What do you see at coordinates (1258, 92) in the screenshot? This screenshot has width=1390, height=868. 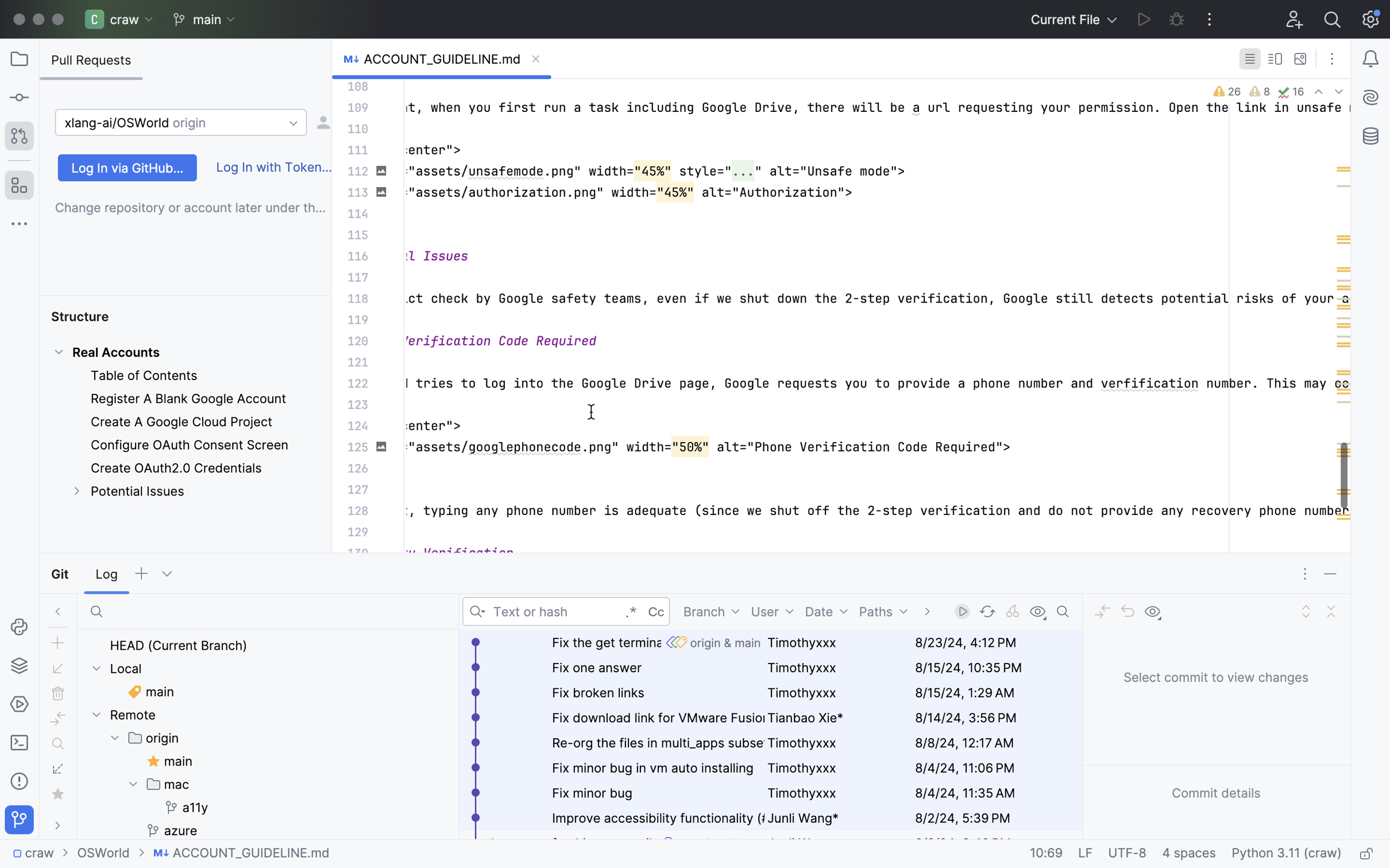 I see `'8'` at bounding box center [1258, 92].